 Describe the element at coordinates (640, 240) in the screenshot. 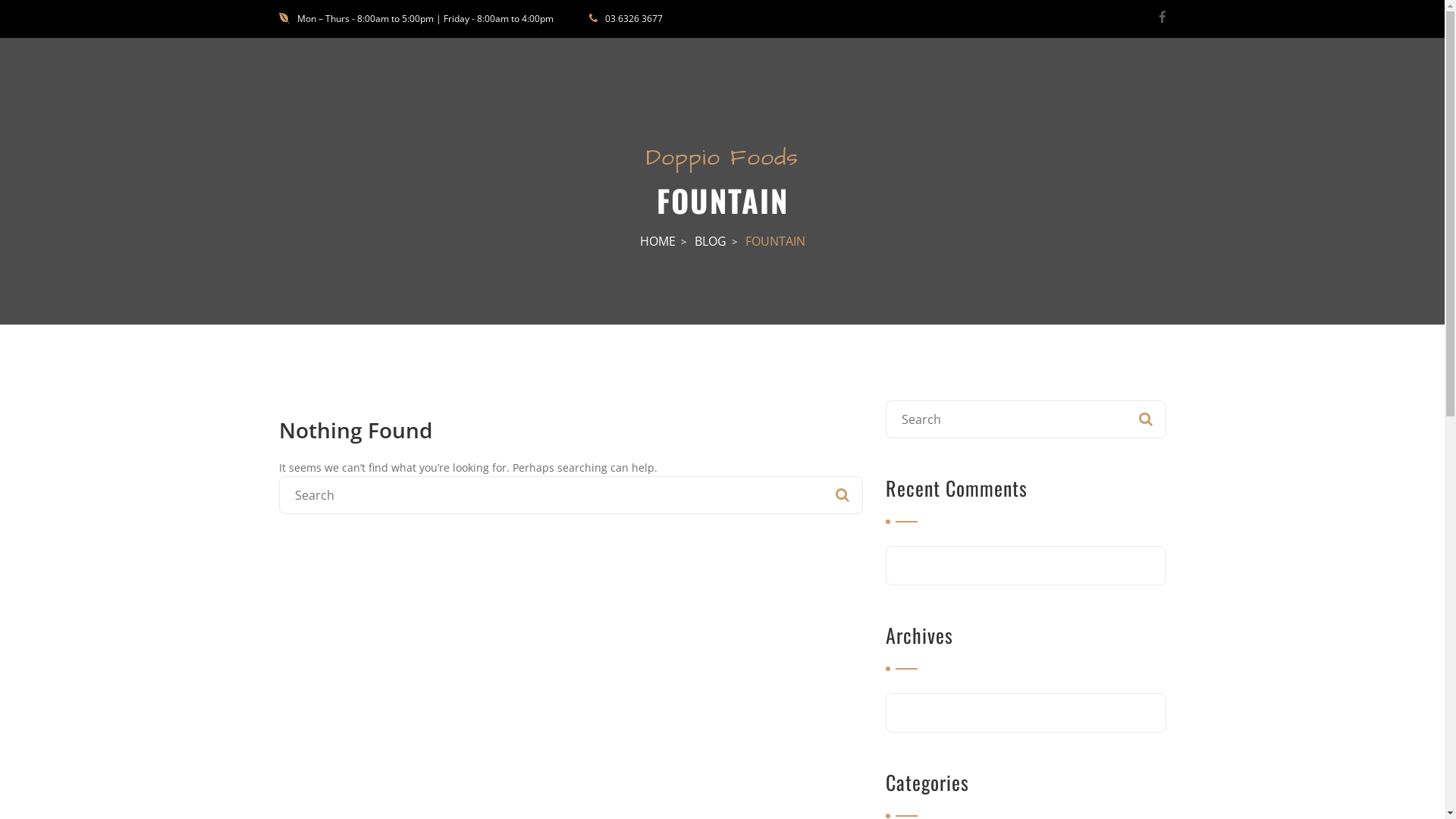

I see `'HOME'` at that location.